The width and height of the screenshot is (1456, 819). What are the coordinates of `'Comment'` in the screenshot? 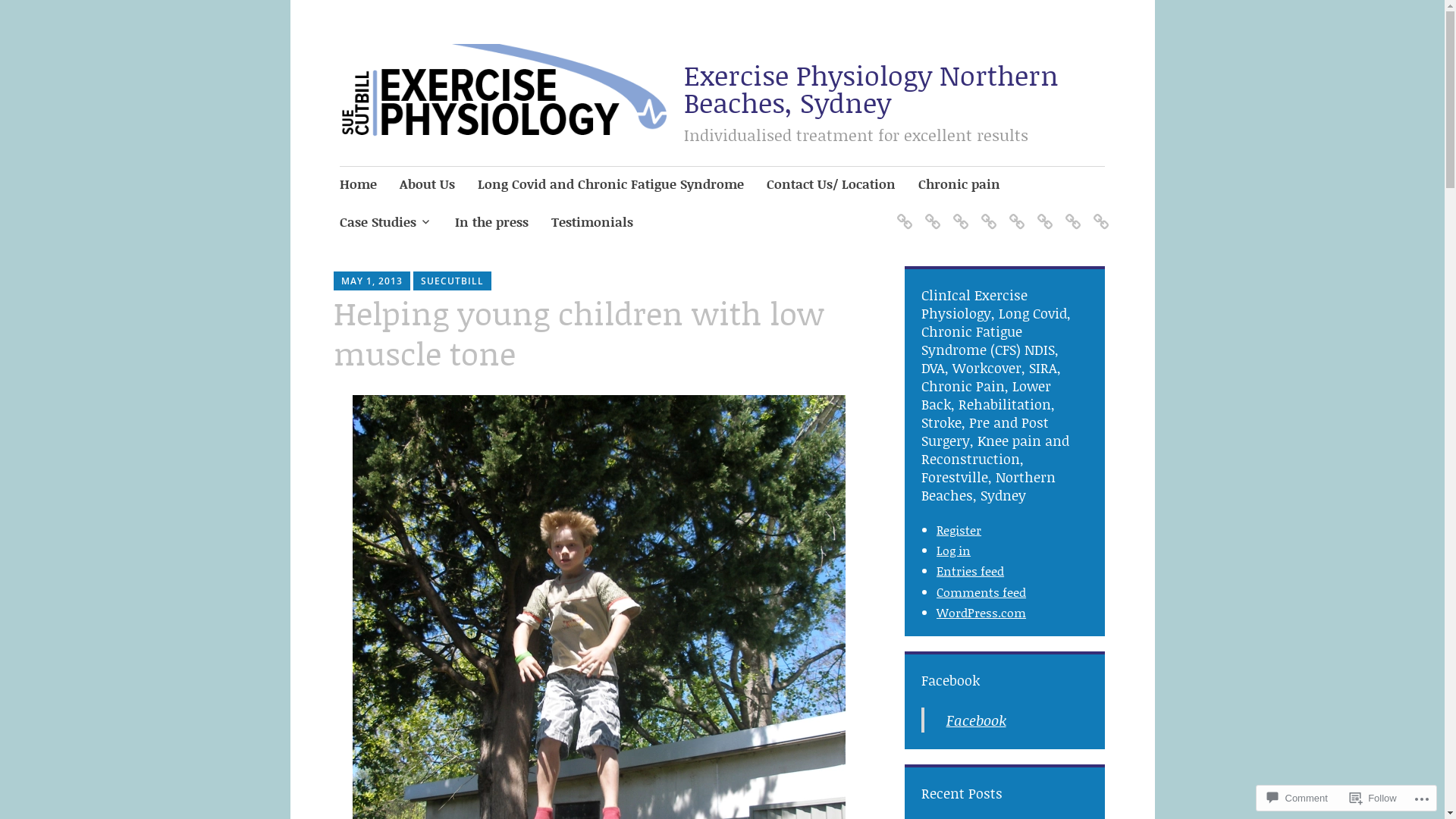 It's located at (1295, 797).